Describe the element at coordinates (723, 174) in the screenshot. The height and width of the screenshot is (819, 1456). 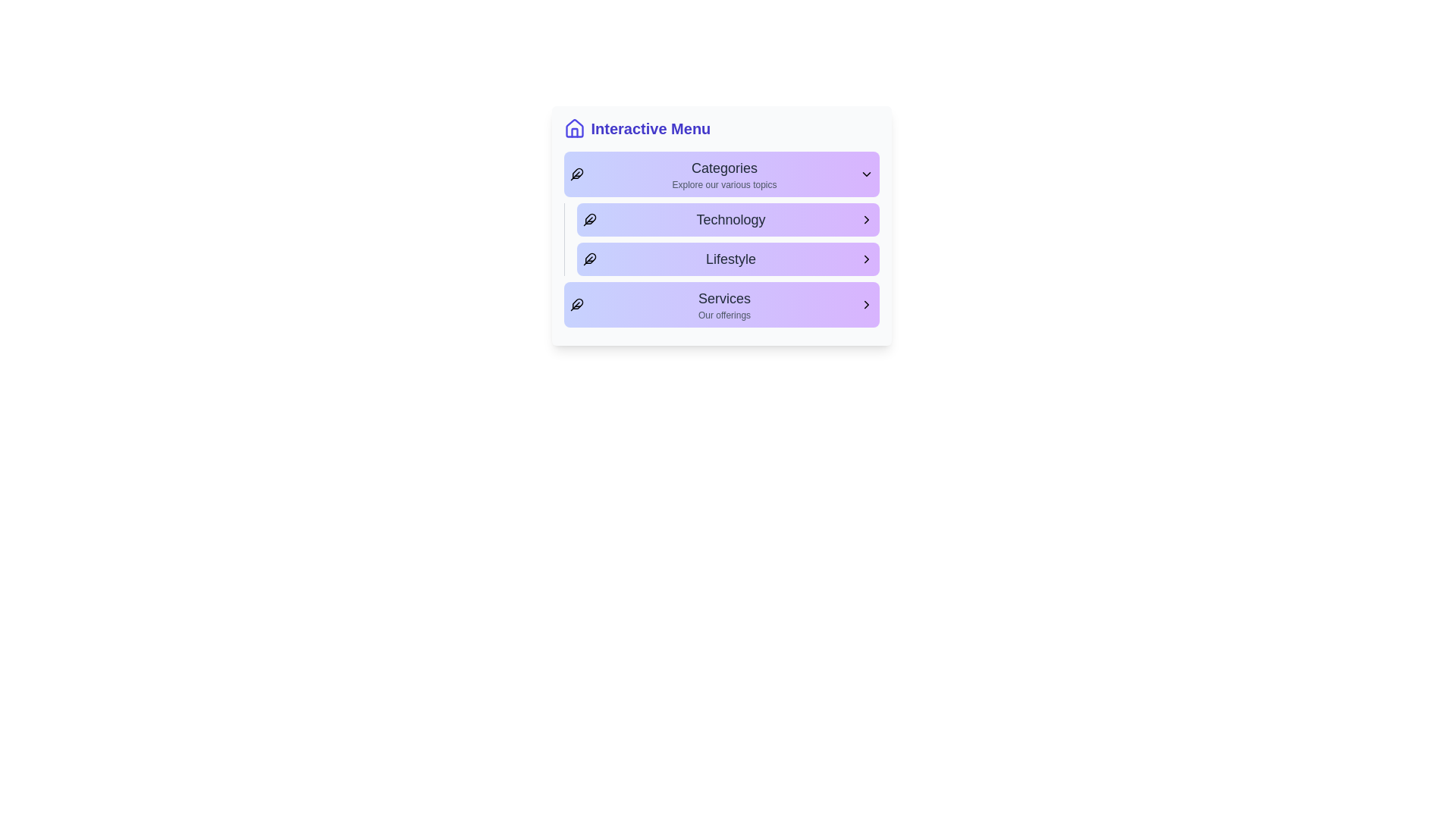
I see `the 'Categories' text header with subtitle` at that location.